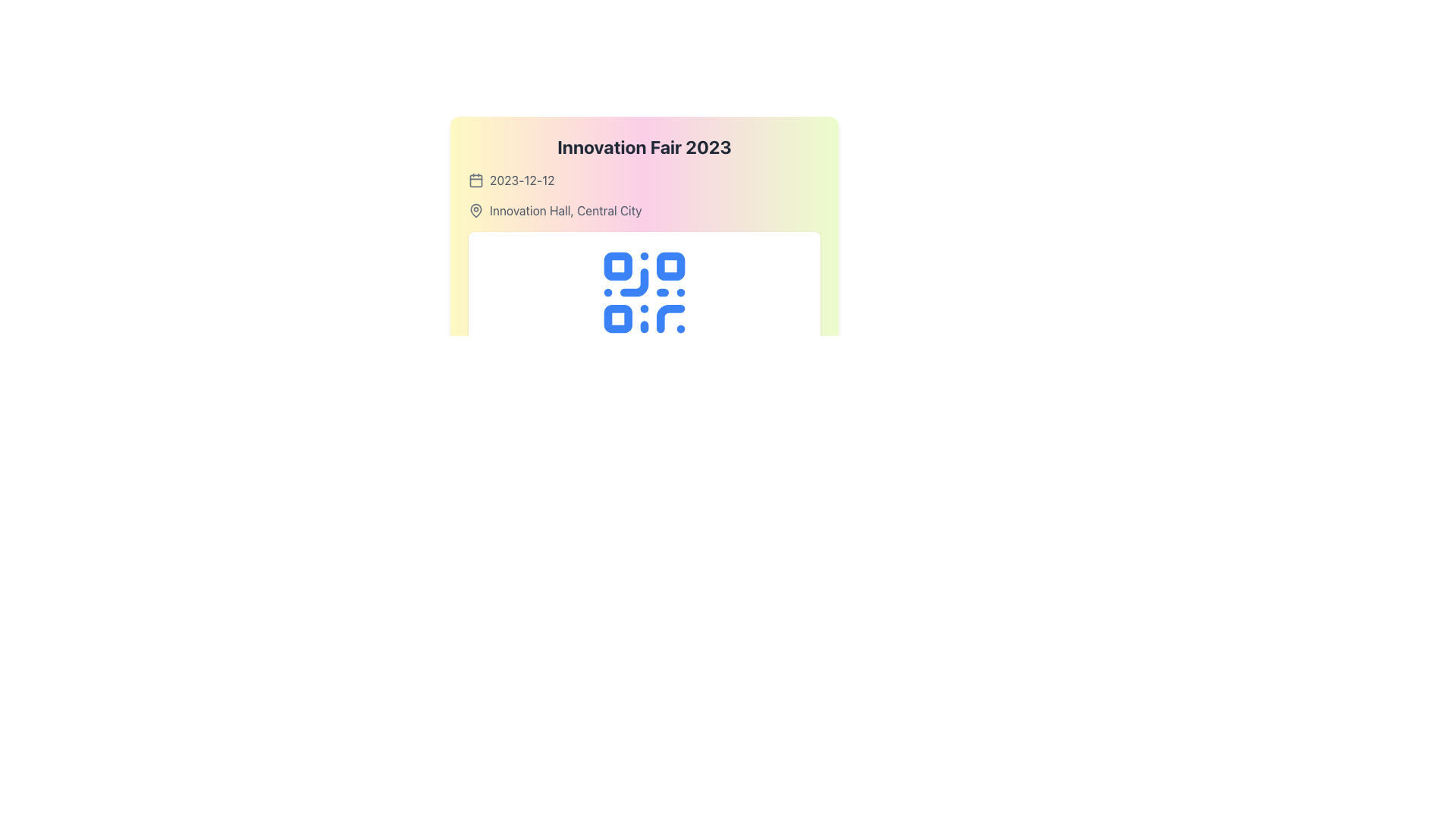  I want to click on the second rectangle element in the QR code visualization, which is part of an SVG graphic and rendered in blue, so click(670, 265).